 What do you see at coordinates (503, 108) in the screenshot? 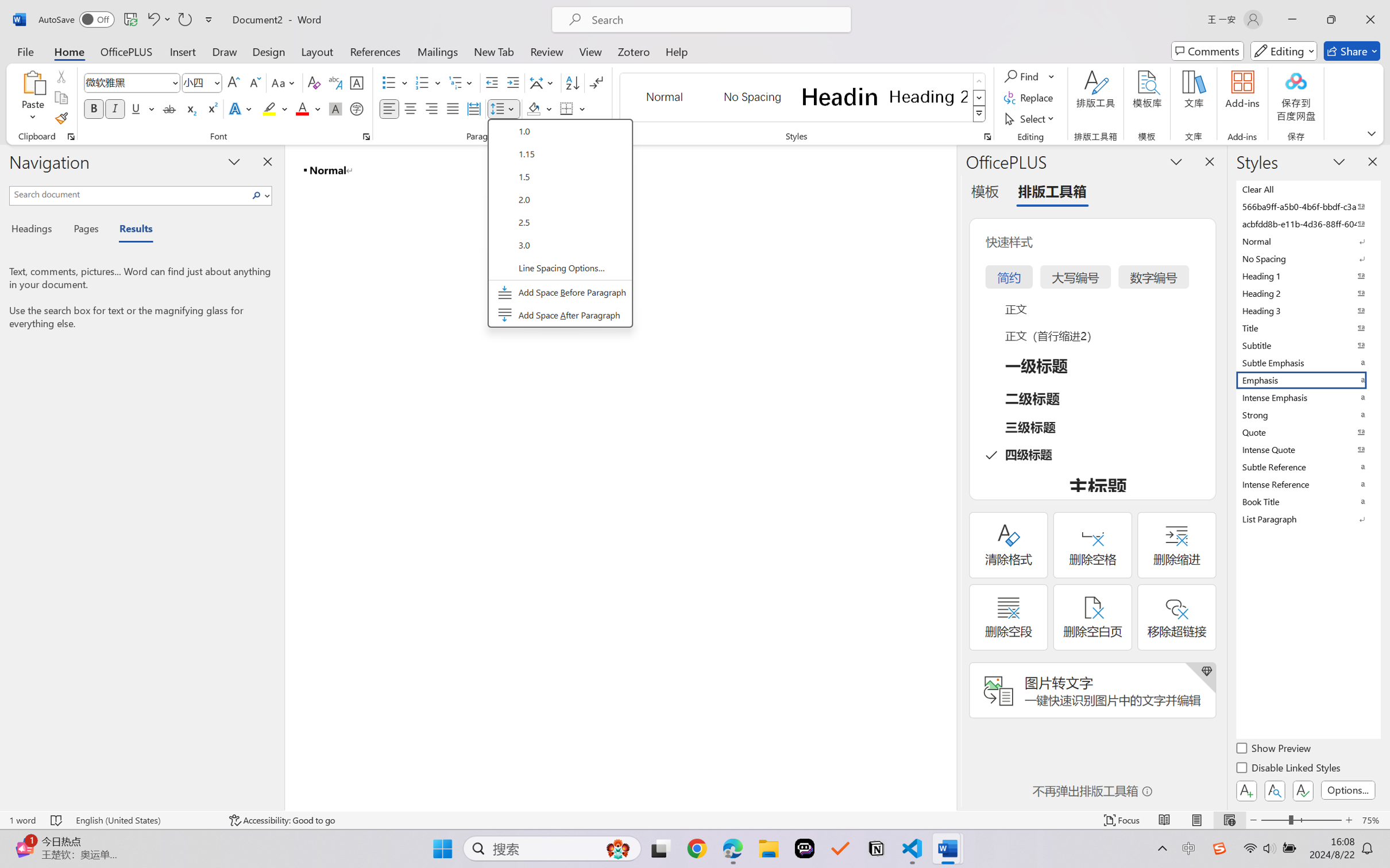
I see `'Line and Paragraph Spacing'` at bounding box center [503, 108].